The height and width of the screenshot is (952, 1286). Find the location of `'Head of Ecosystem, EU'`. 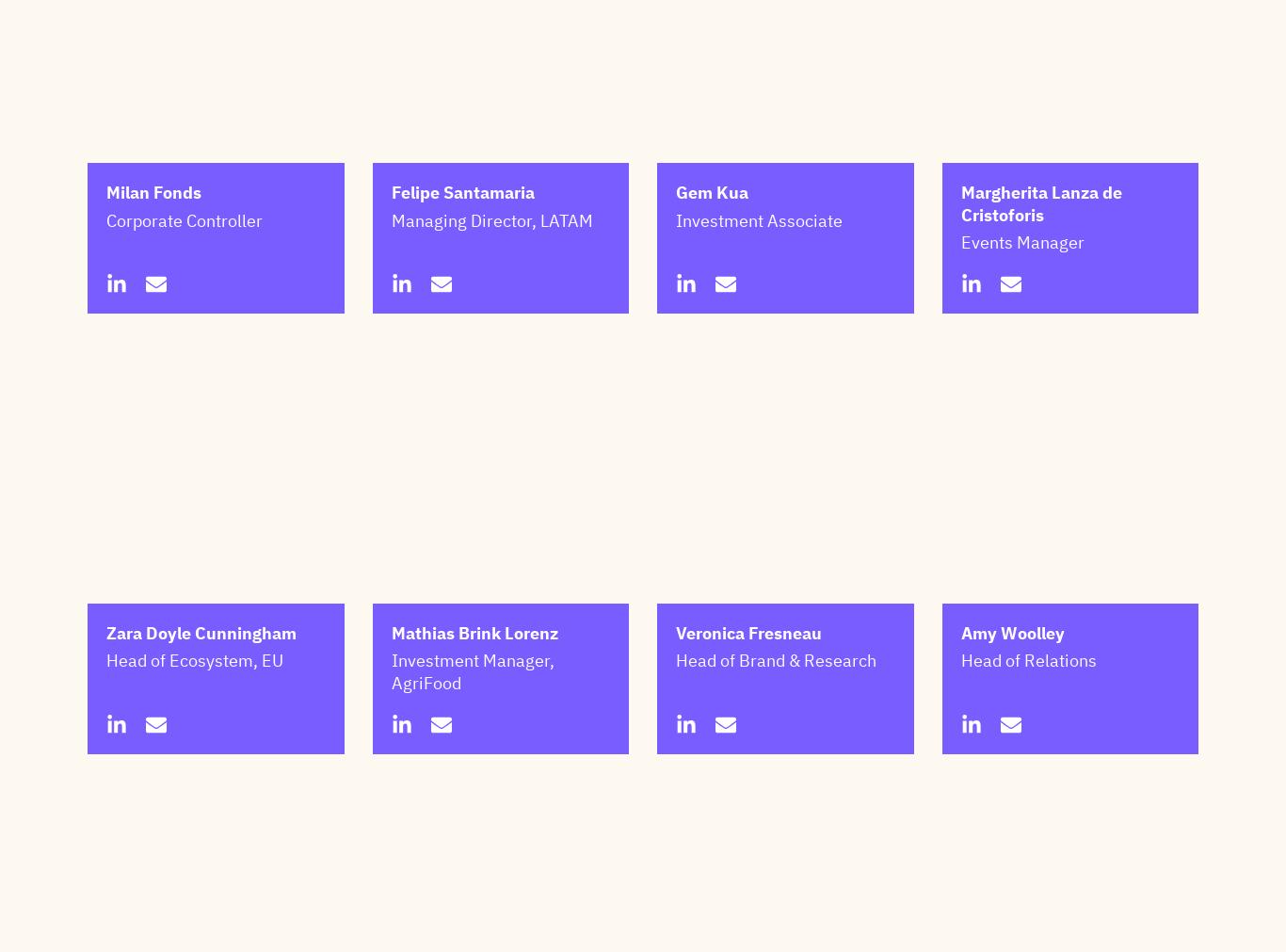

'Head of Ecosystem, EU' is located at coordinates (193, 753).